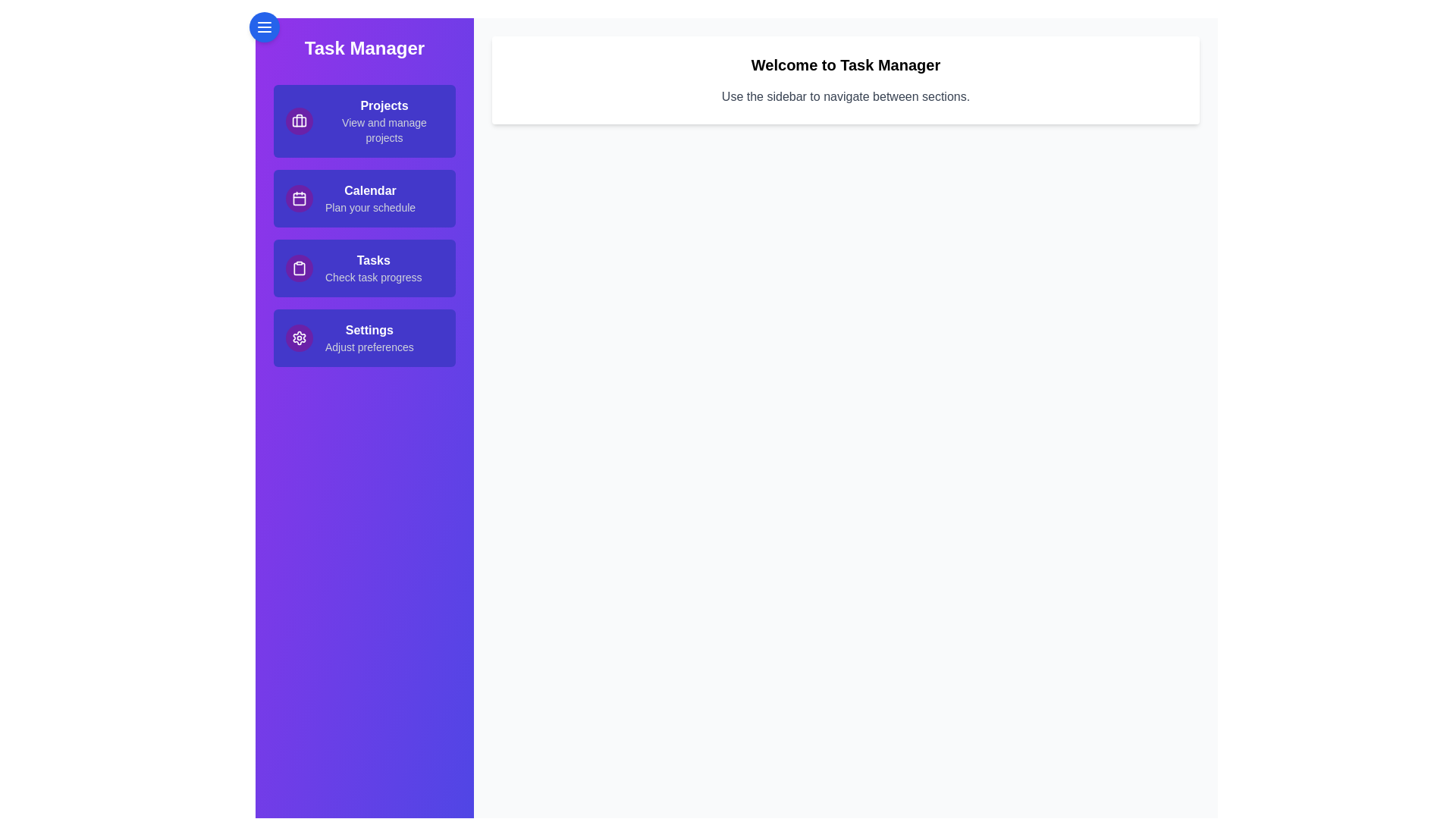 The image size is (1456, 819). I want to click on toggle button located at the top-left corner of the interface to toggle the drawer's visibility, so click(265, 27).